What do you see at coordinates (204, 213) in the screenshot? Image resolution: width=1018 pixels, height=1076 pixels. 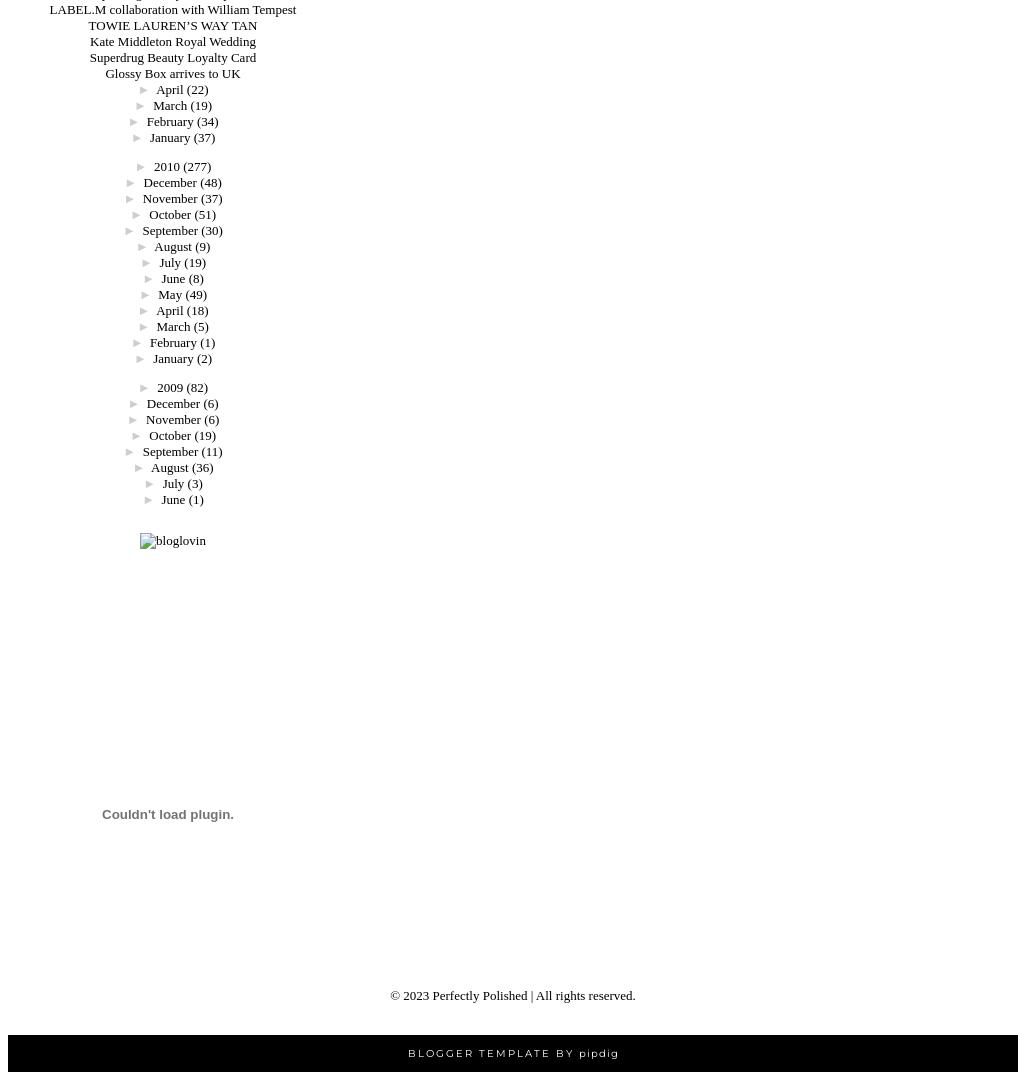 I see `'(51)'` at bounding box center [204, 213].